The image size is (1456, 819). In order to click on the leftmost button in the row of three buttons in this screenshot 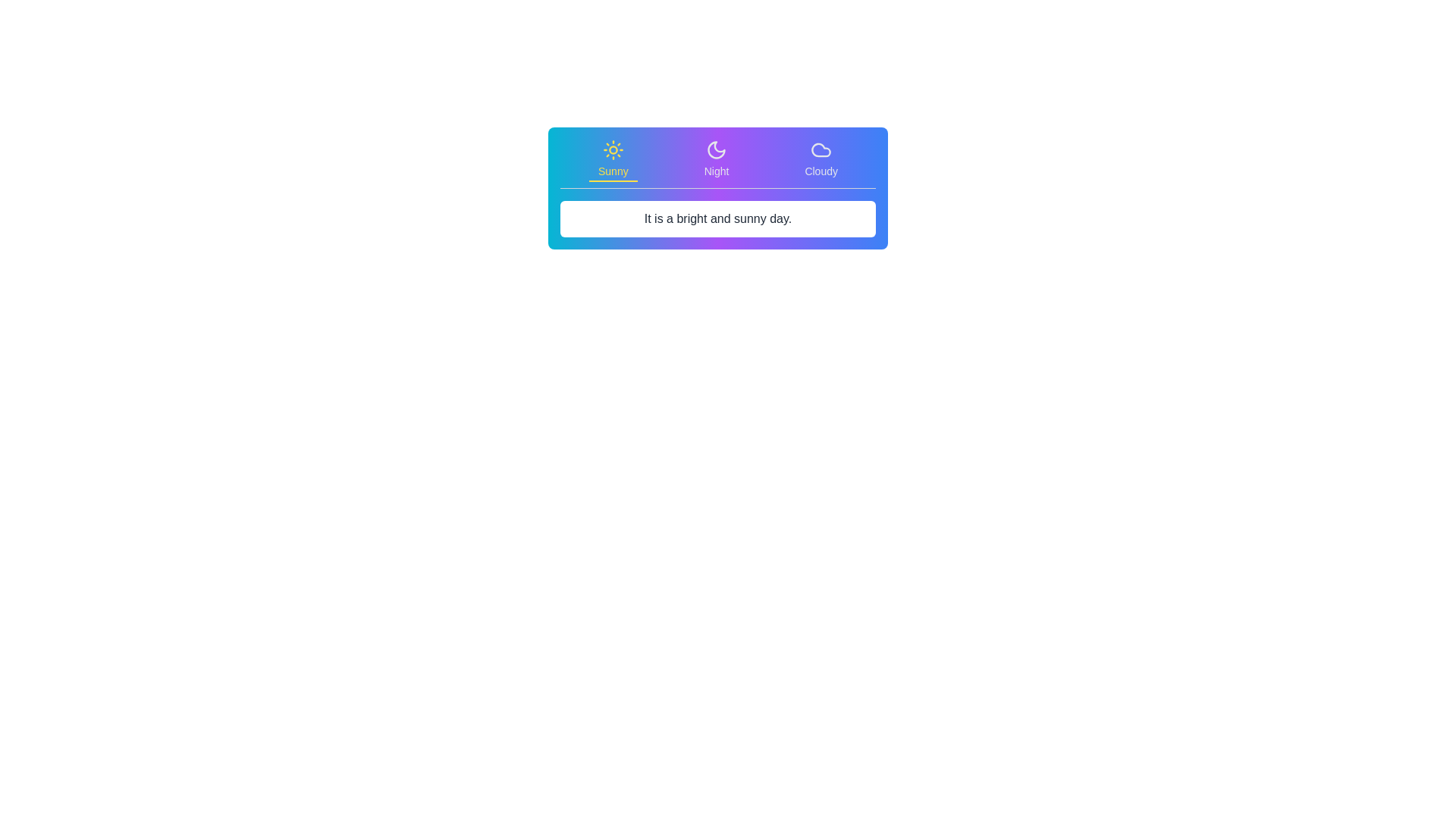, I will do `click(613, 158)`.